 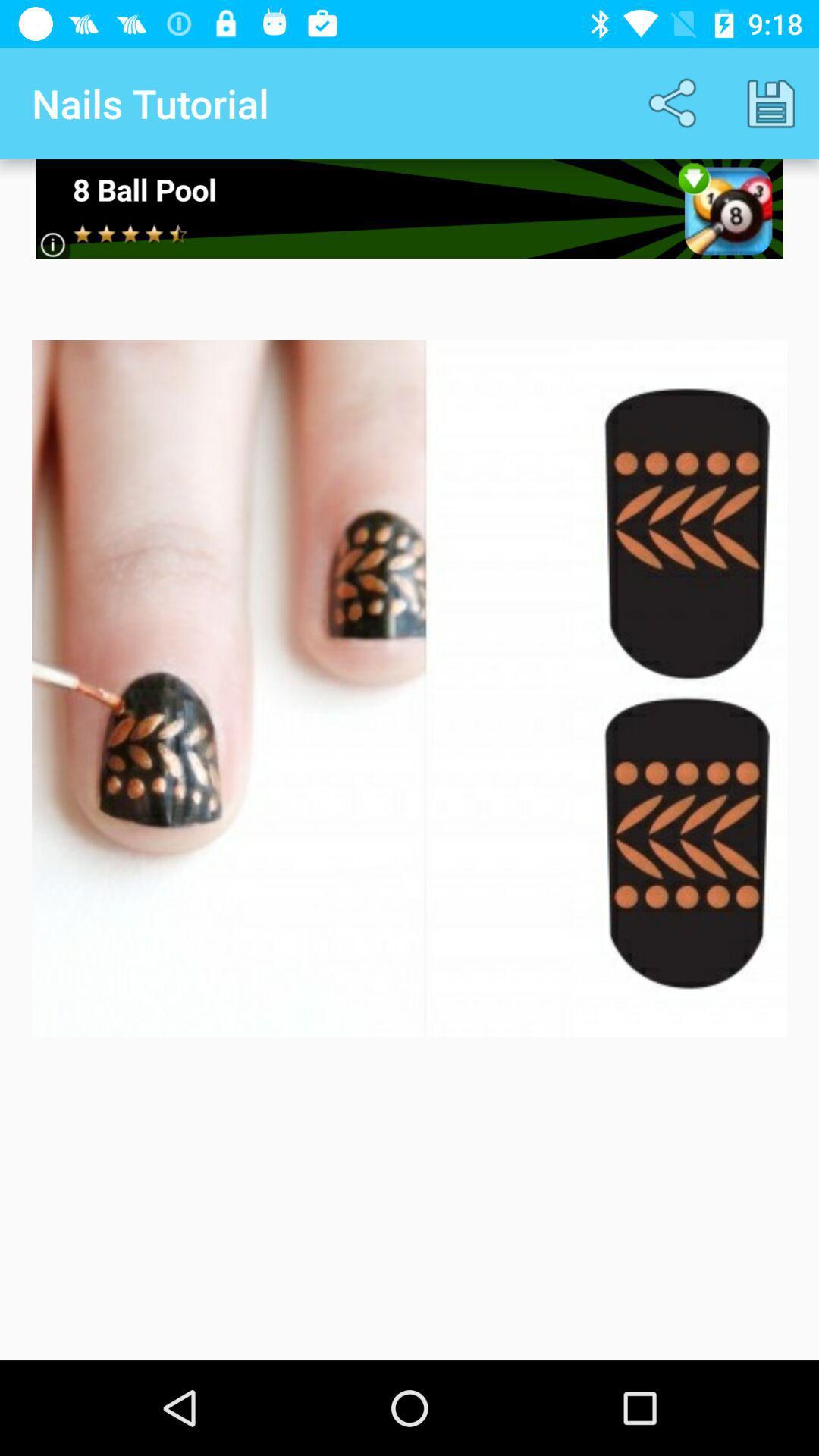 I want to click on games search, so click(x=408, y=208).